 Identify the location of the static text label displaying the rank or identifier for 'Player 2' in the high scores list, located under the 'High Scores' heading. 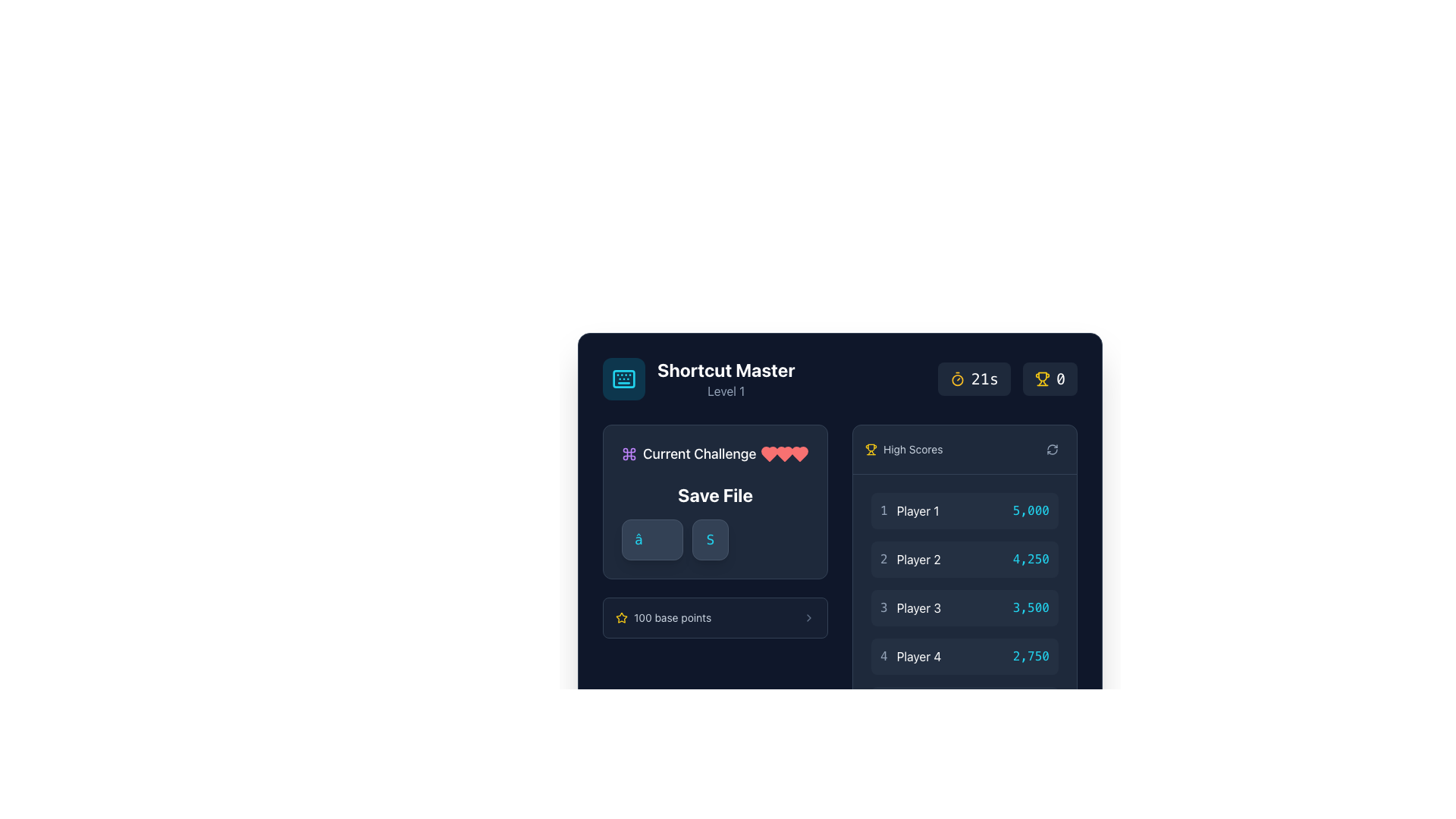
(883, 559).